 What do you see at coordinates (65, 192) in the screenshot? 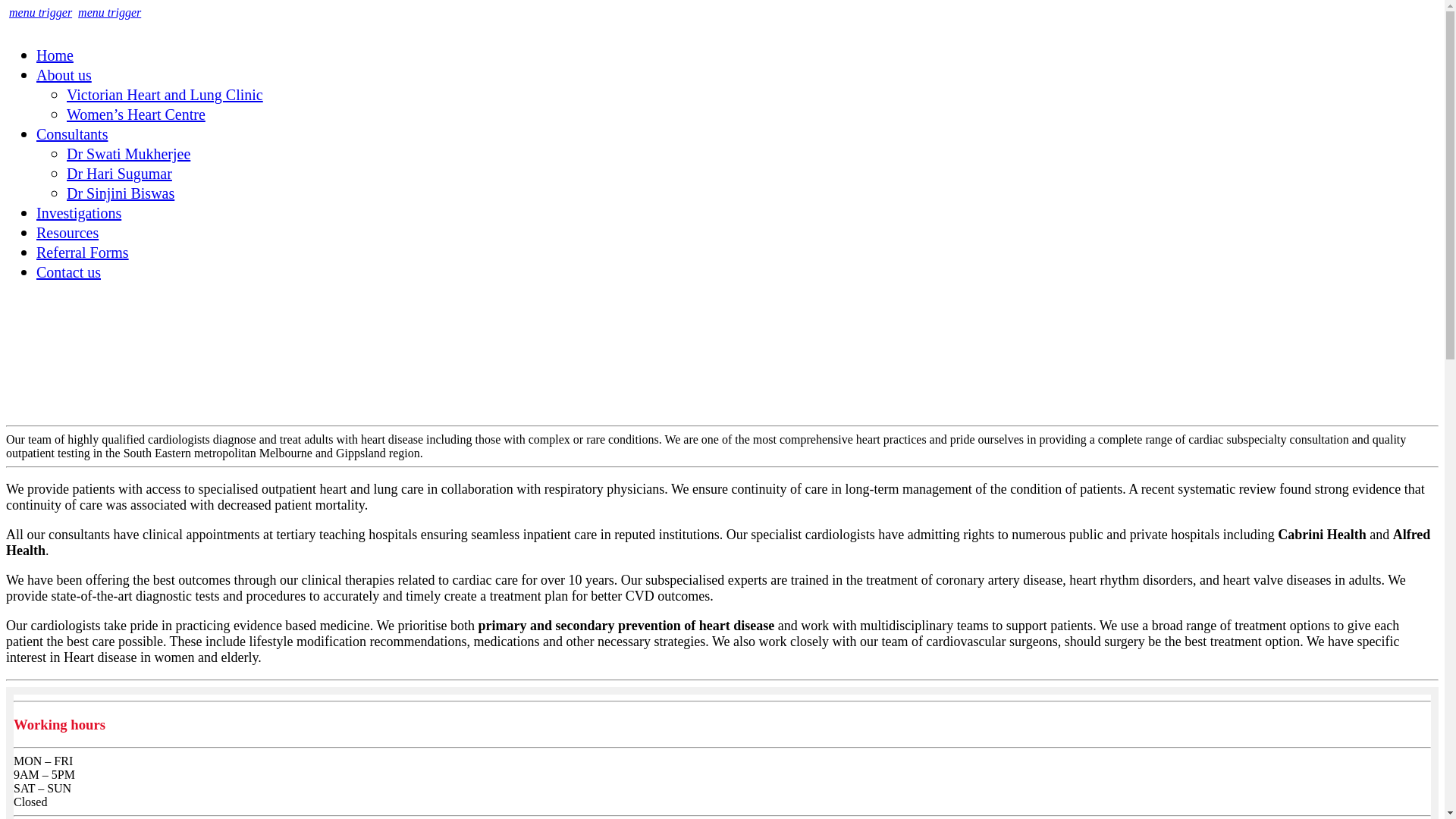
I see `'Dr Sinjini Biswas'` at bounding box center [65, 192].